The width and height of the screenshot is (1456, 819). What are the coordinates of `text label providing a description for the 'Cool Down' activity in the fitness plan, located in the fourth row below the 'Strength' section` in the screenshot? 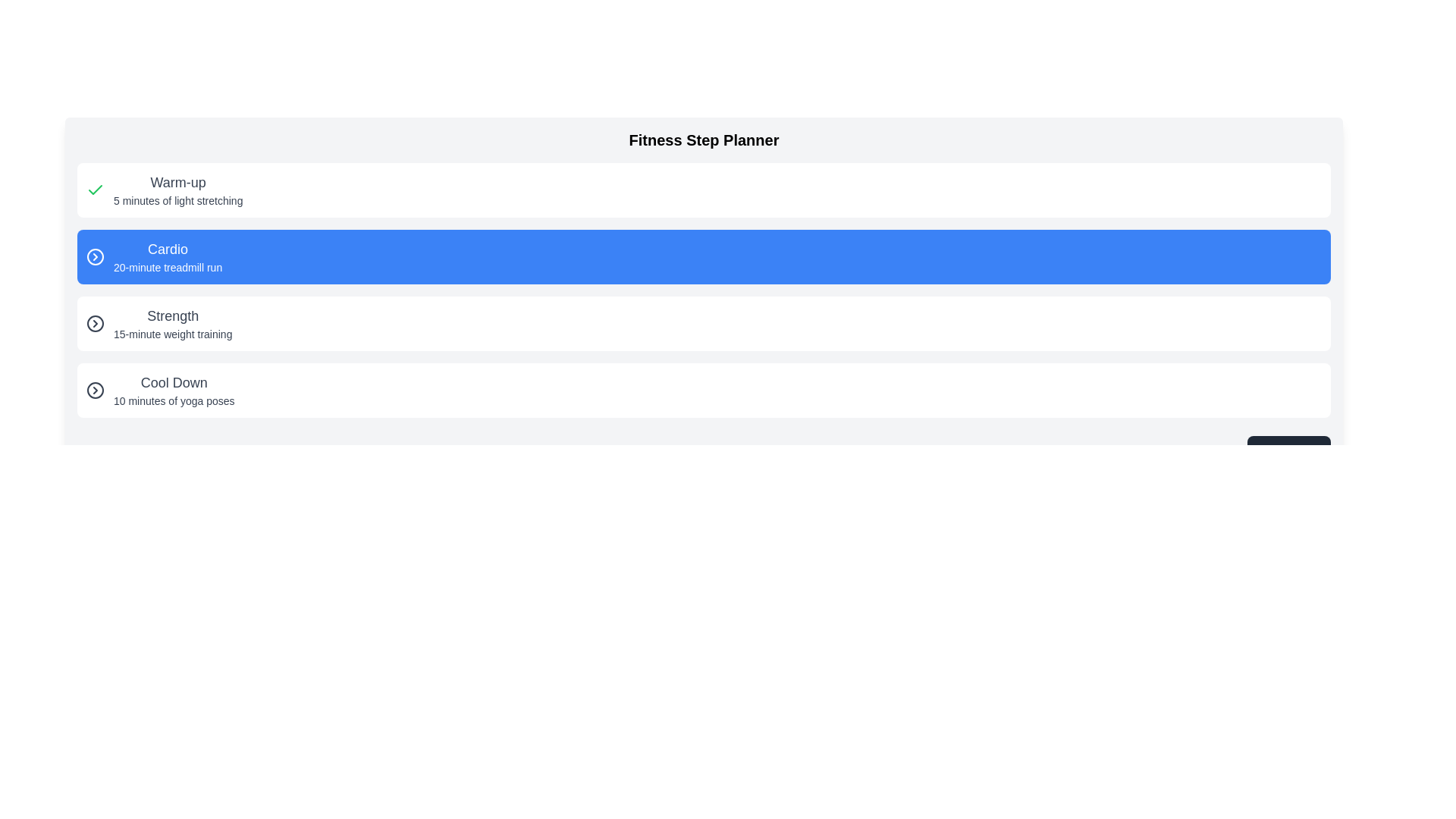 It's located at (174, 390).